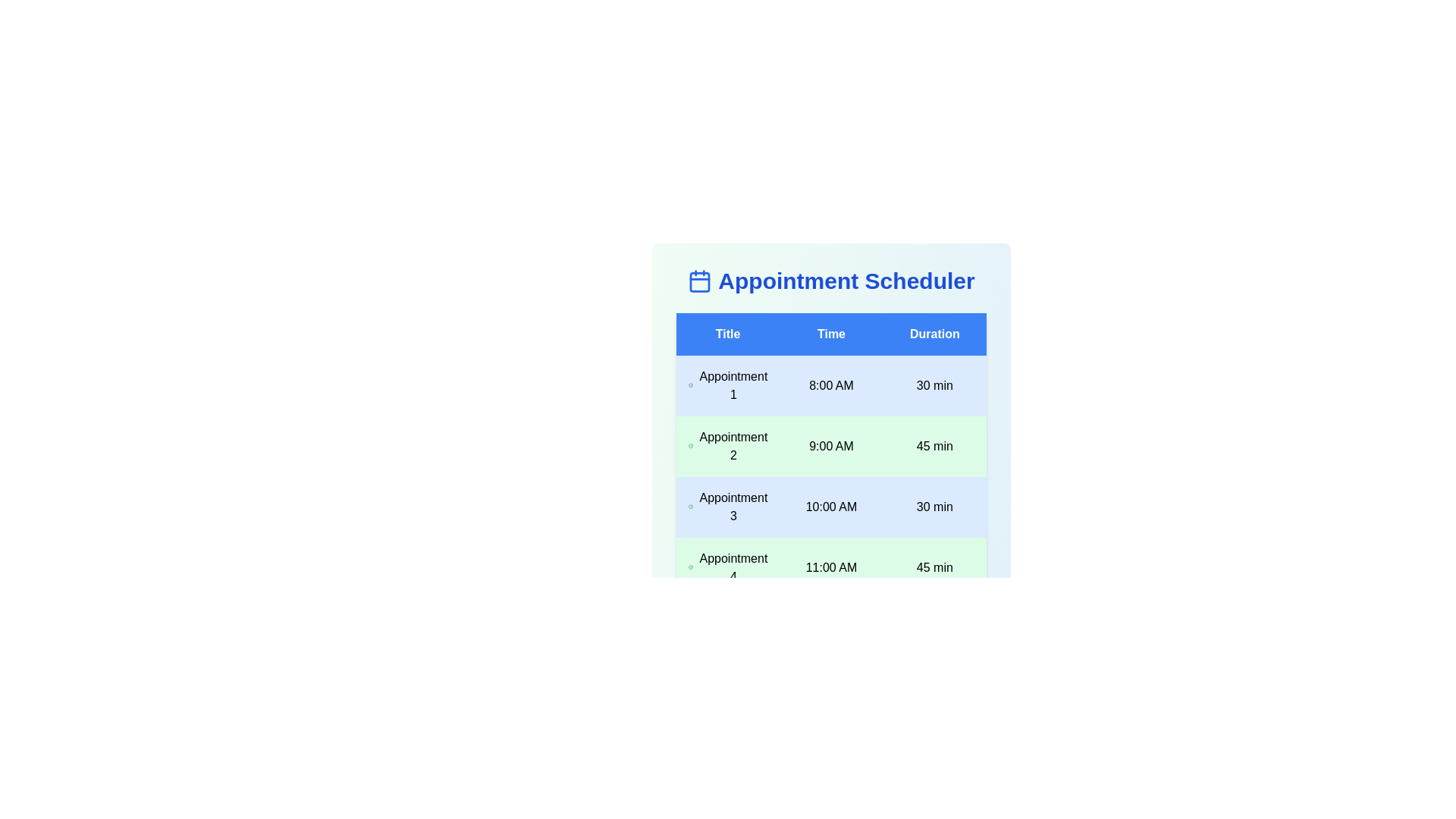 The image size is (1456, 819). I want to click on the row corresponding to Appointment 2 to select it, so click(830, 446).